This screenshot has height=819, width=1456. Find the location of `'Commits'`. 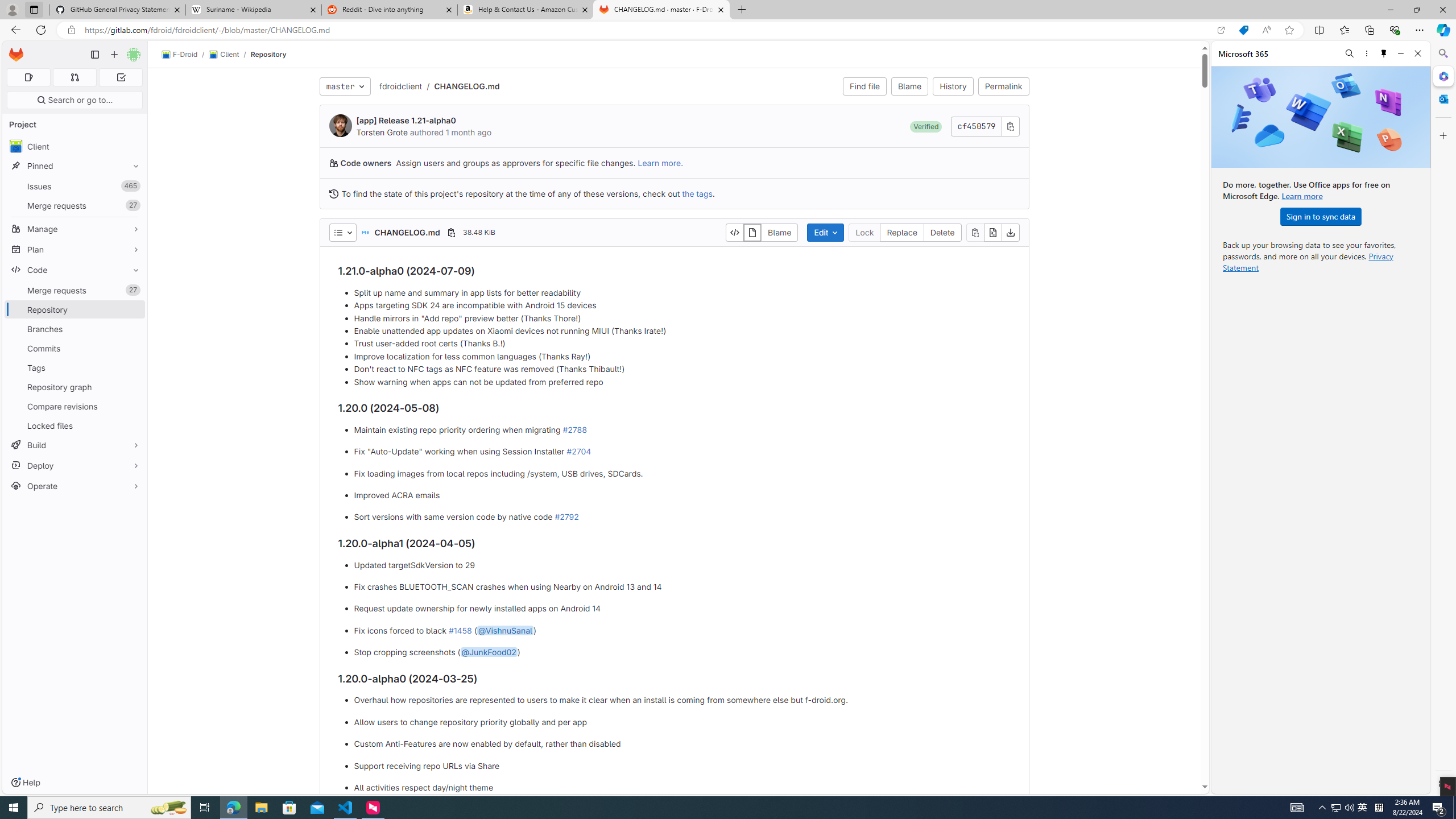

'Commits' is located at coordinates (74, 348).